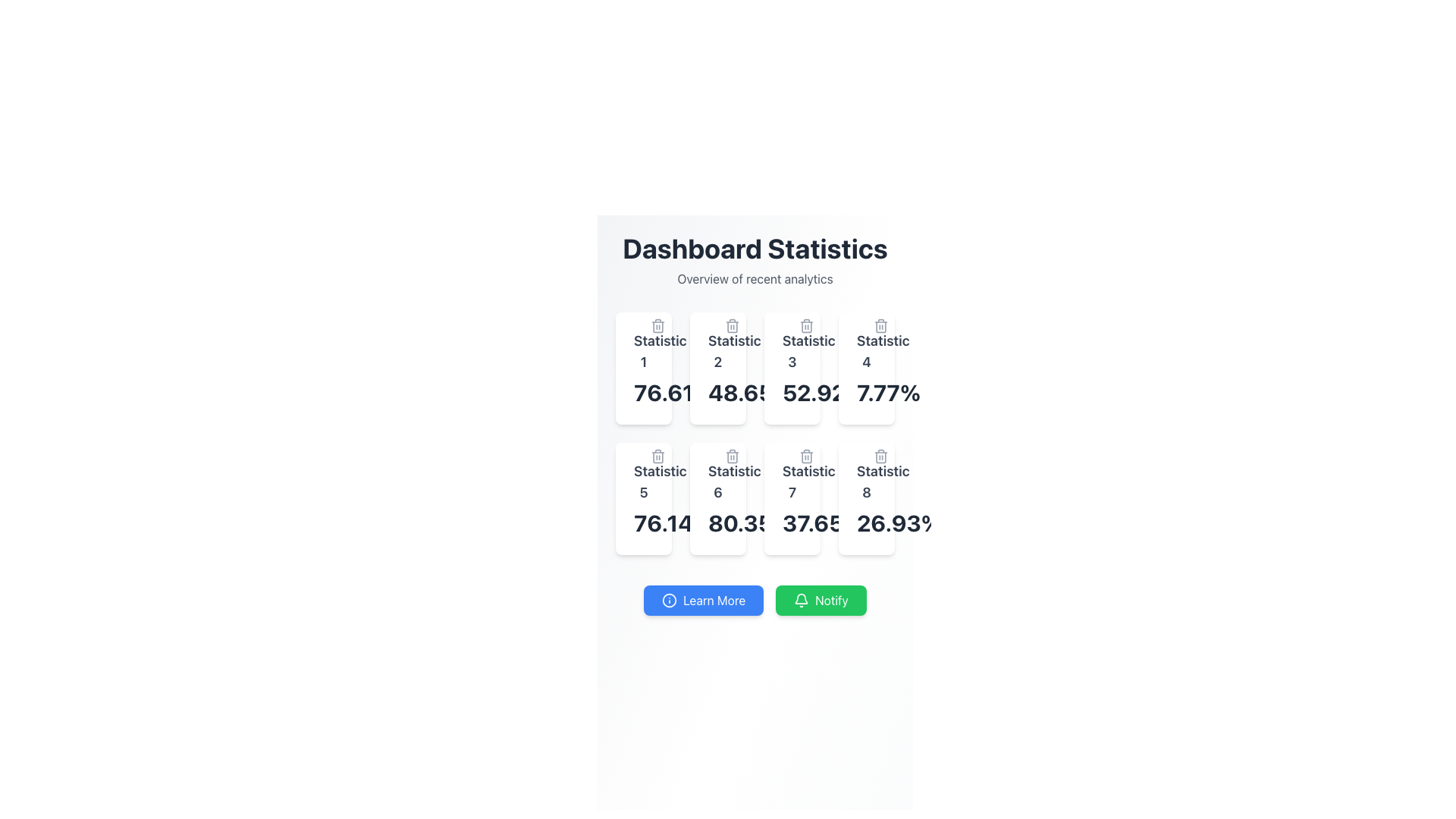  Describe the element at coordinates (792, 499) in the screenshot. I see `the Statistical Display Card element that displays 'Statistic 7' and '37.65%', located at the bottom-right grid cell of the second row` at that location.